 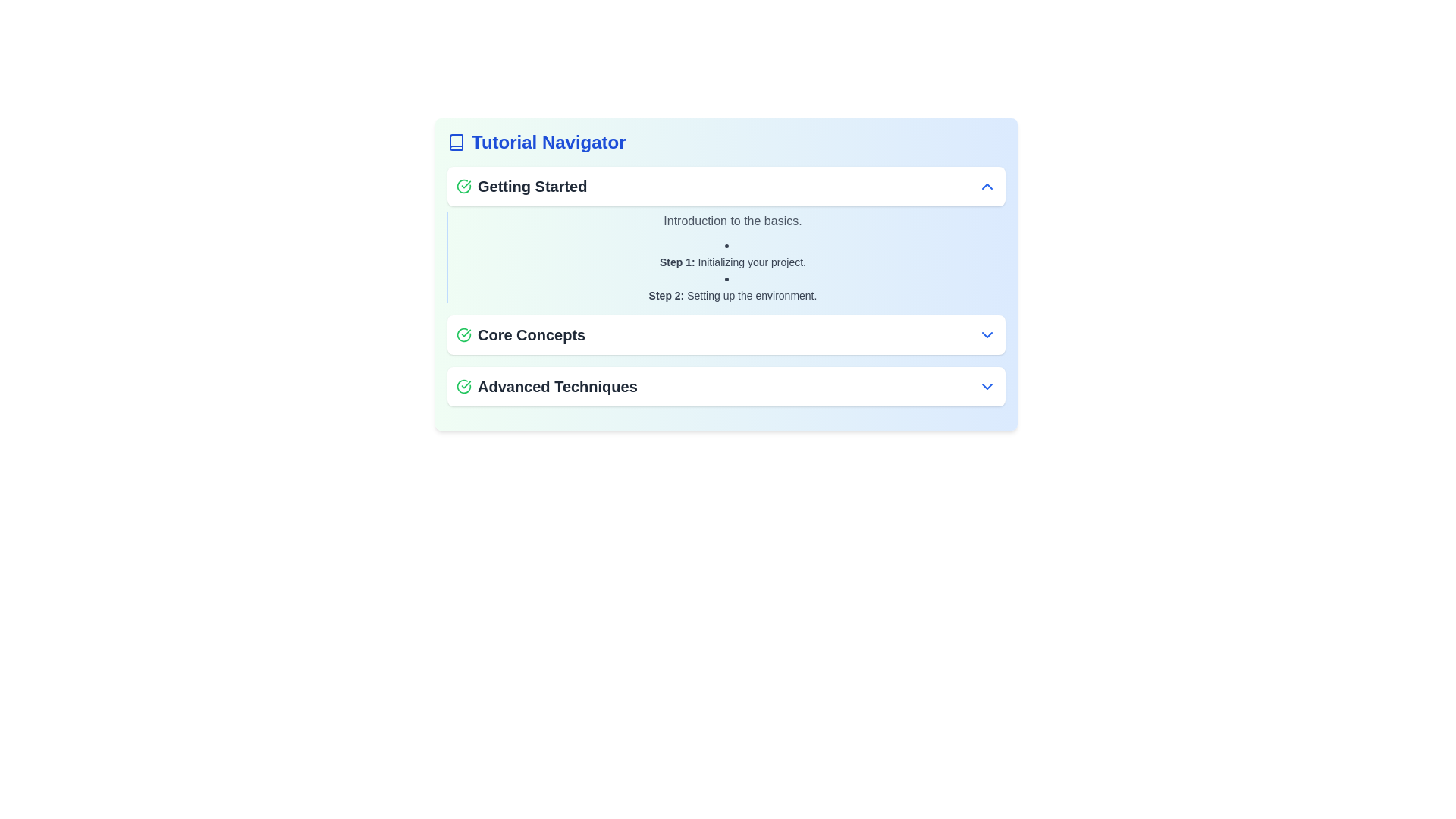 I want to click on the book icon located in the top-left corner of the 'Tutorial Navigator' panel to associate it with the Tutorial Navigator section, so click(x=455, y=143).